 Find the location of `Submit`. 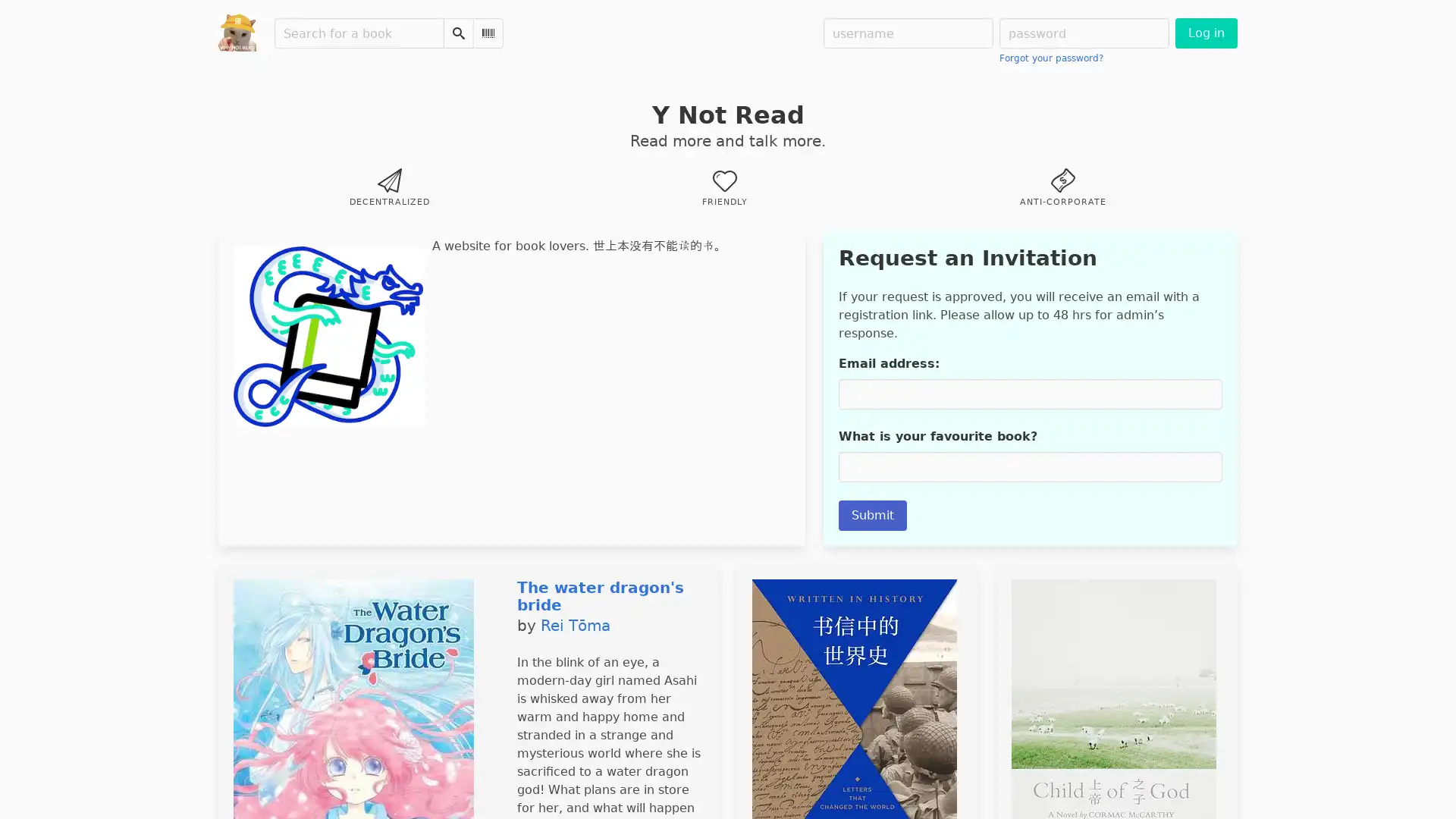

Submit is located at coordinates (872, 514).